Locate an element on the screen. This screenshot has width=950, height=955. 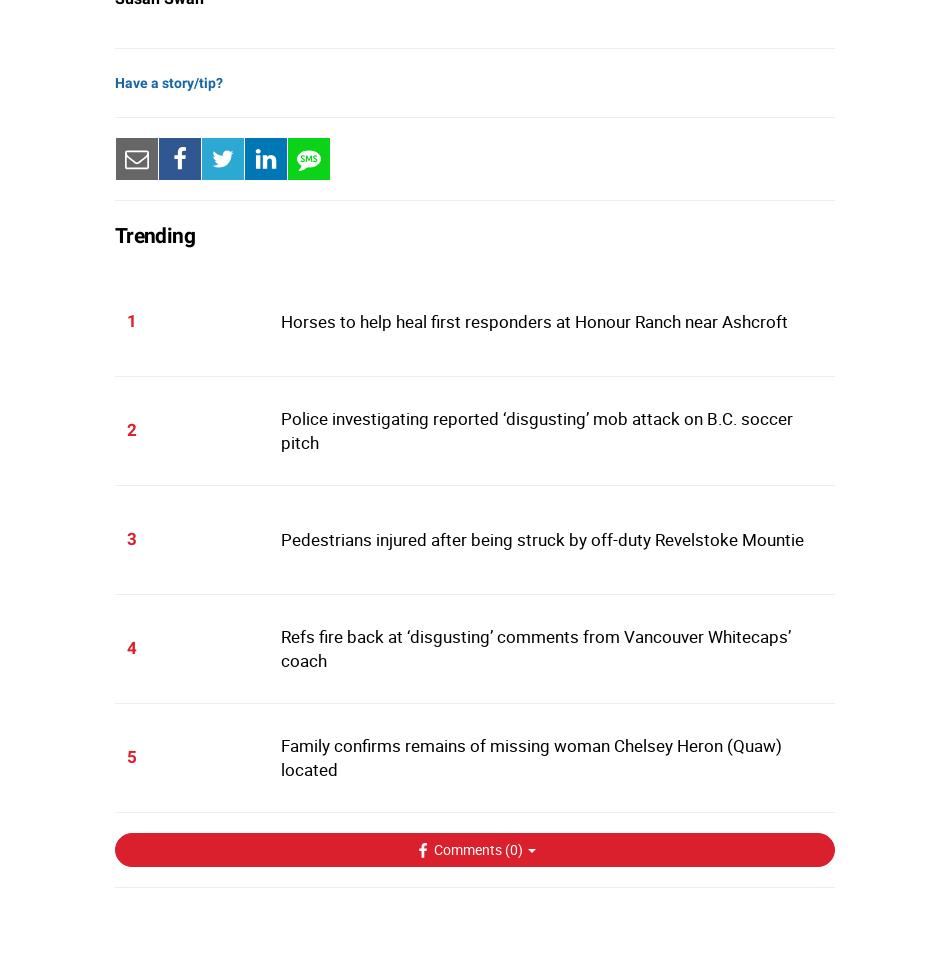
'Comments (' is located at coordinates (468, 849).